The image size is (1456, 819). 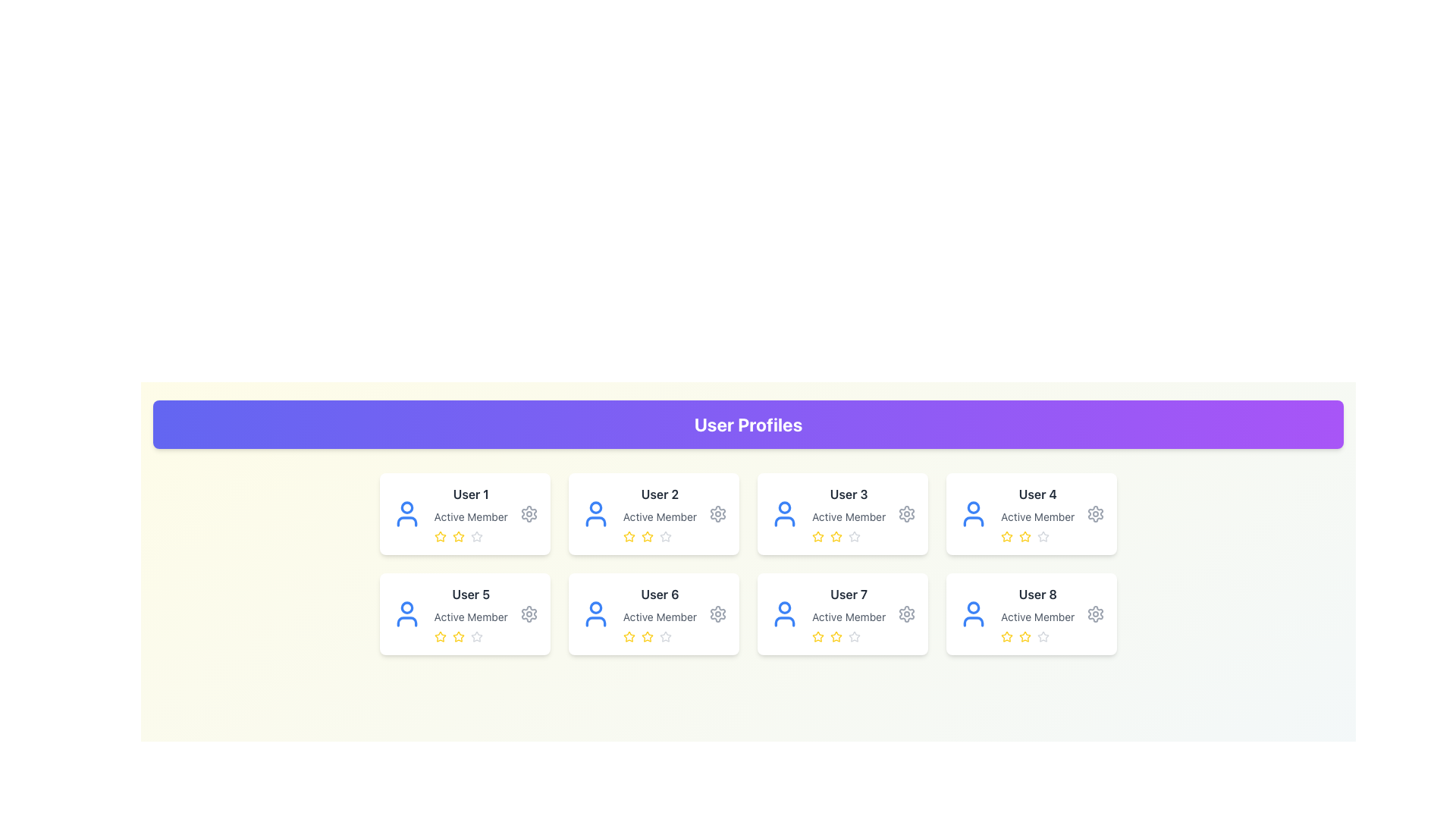 What do you see at coordinates (817, 536) in the screenshot?
I see `the first star-shaped icon filled with yellow in the rating section of the user profile card for 'User 3', located beside the label 'Active Member'` at bounding box center [817, 536].